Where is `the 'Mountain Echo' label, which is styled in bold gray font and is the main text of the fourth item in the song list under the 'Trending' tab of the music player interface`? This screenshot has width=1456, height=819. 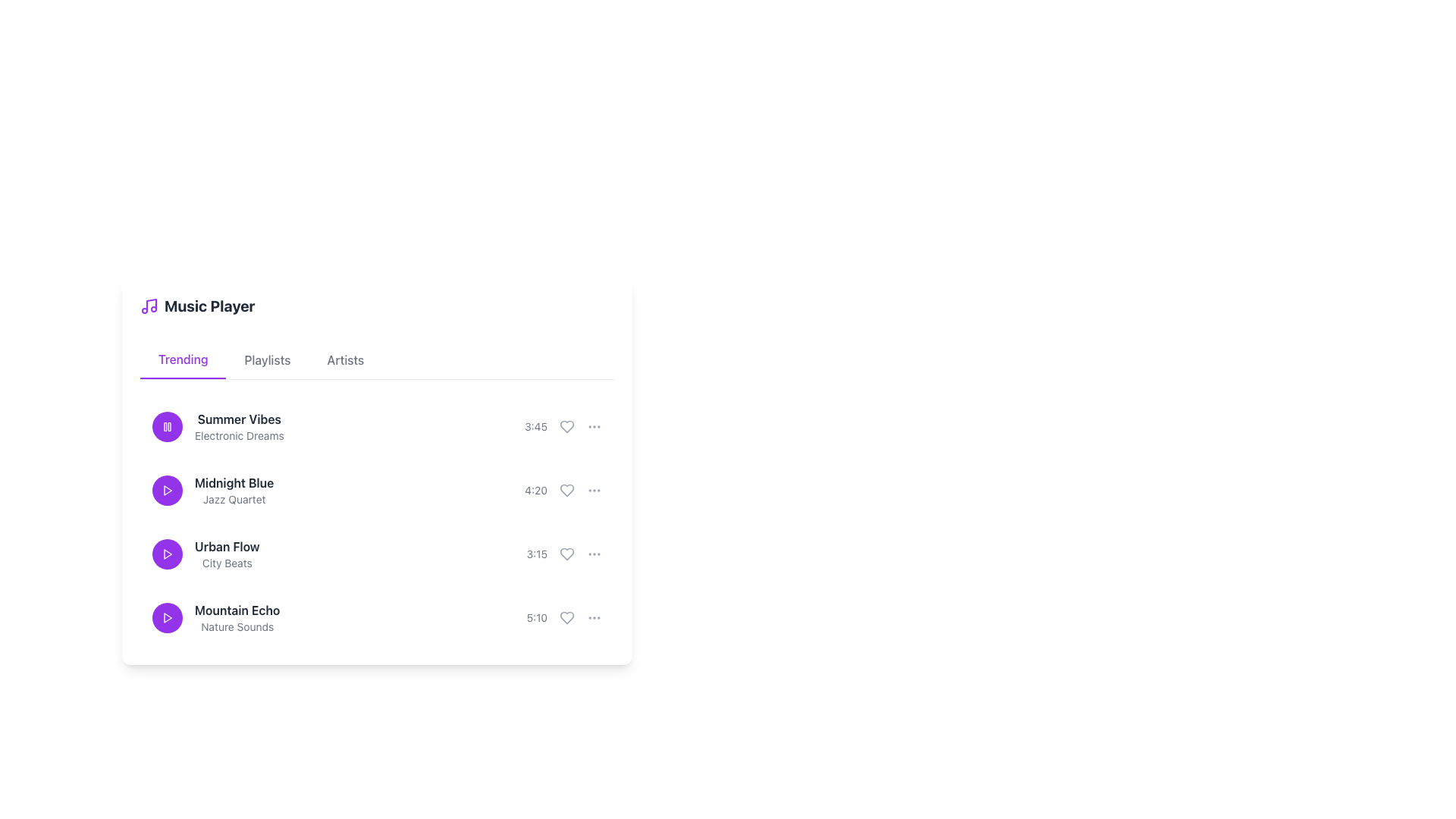 the 'Mountain Echo' label, which is styled in bold gray font and is the main text of the fourth item in the song list under the 'Trending' tab of the music player interface is located at coordinates (237, 610).